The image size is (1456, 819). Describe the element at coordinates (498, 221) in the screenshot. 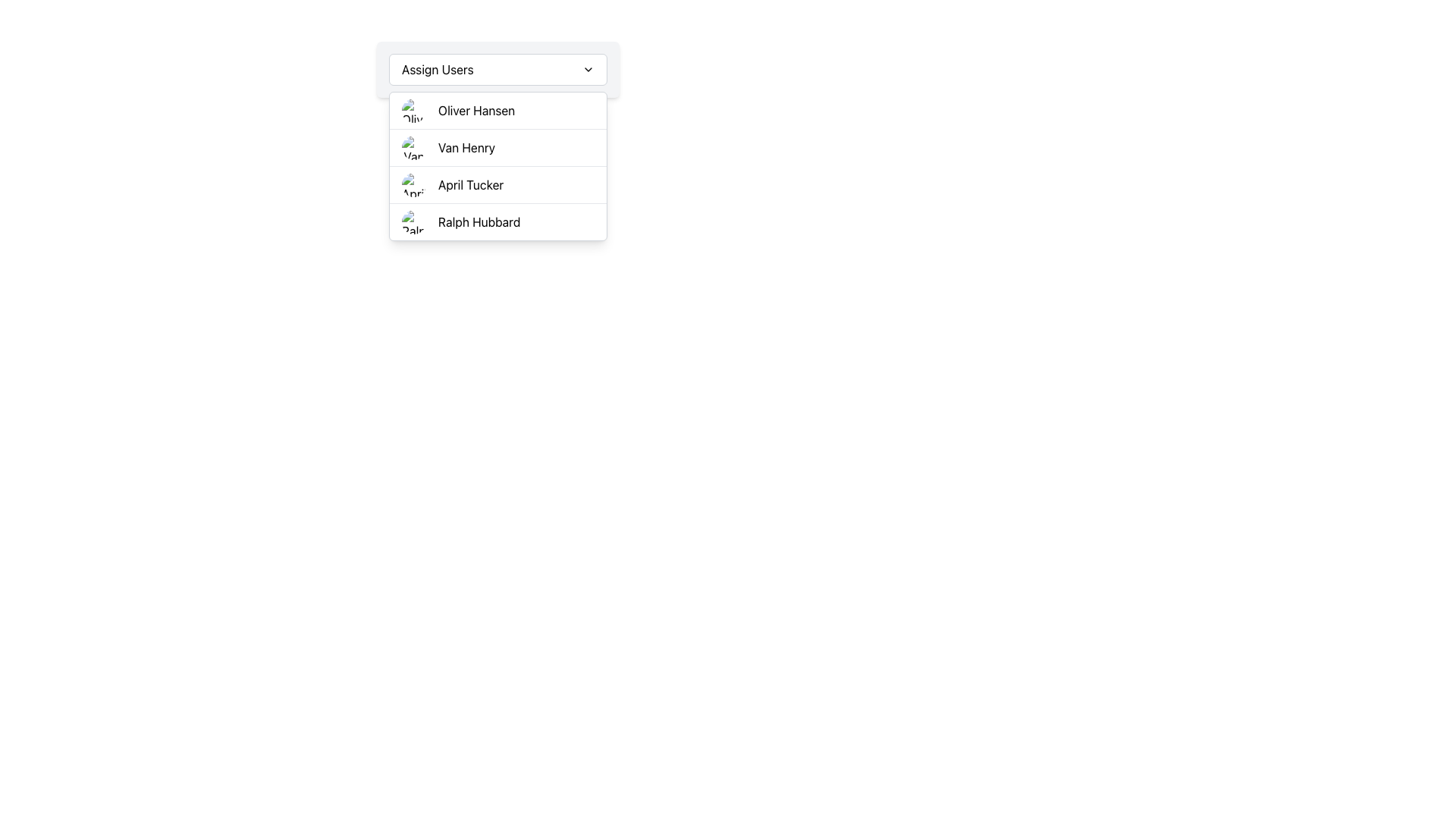

I see `the fourth list item with the avatar of Ralph Hubbard` at that location.